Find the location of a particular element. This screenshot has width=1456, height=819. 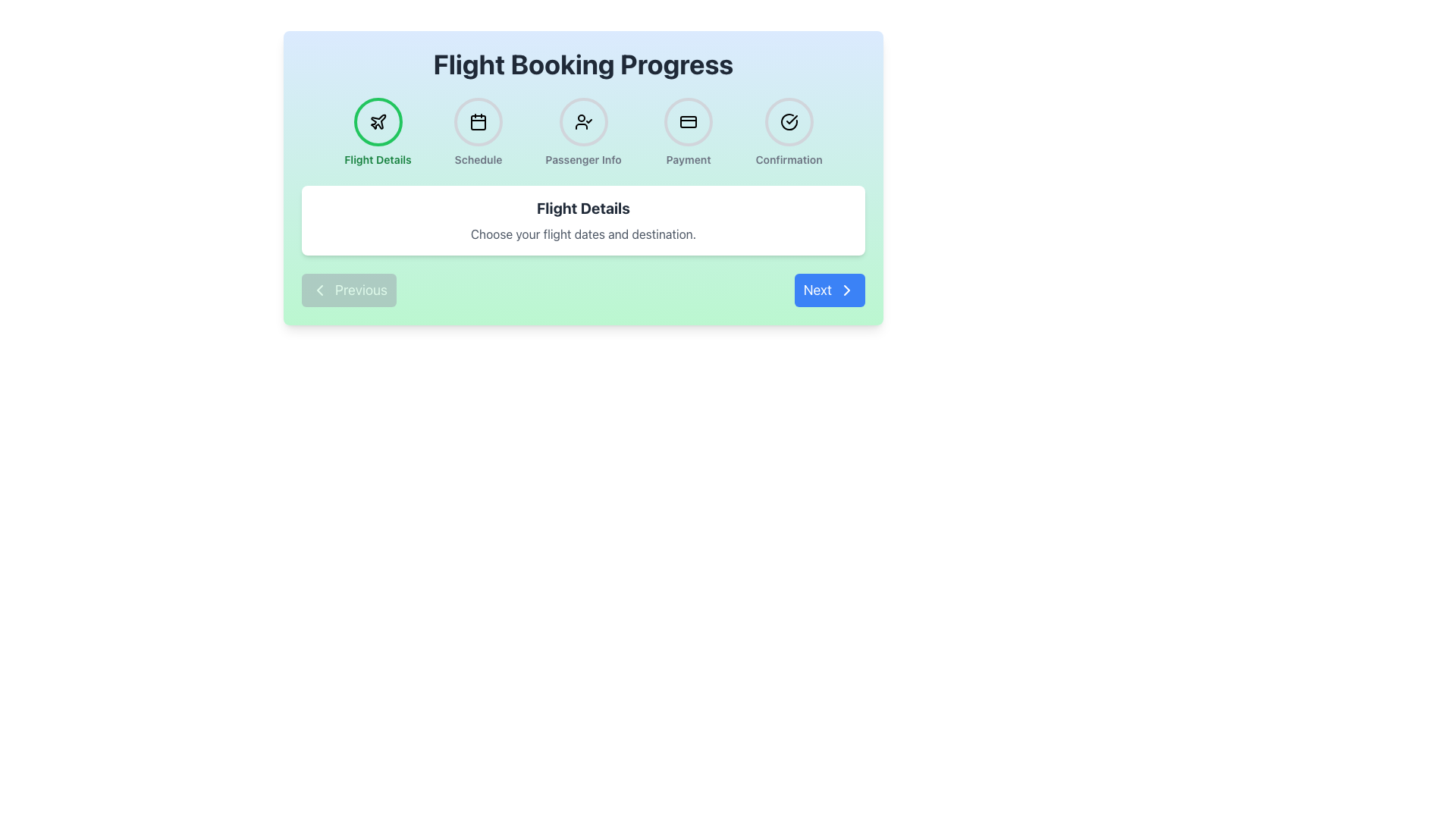

the 'Next' button located in the bottom-right region of the interface, which is visually indicated by an icon is located at coordinates (846, 290).